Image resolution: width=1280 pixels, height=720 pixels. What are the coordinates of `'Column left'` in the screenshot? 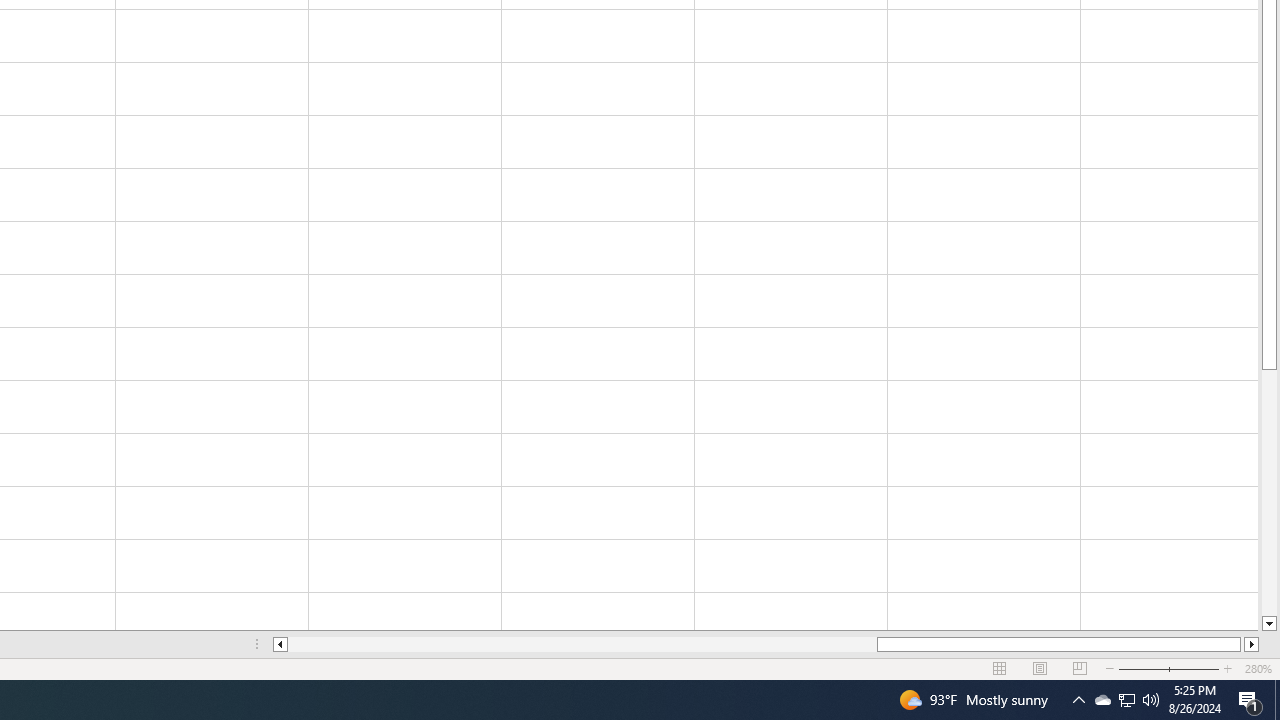 It's located at (278, 644).